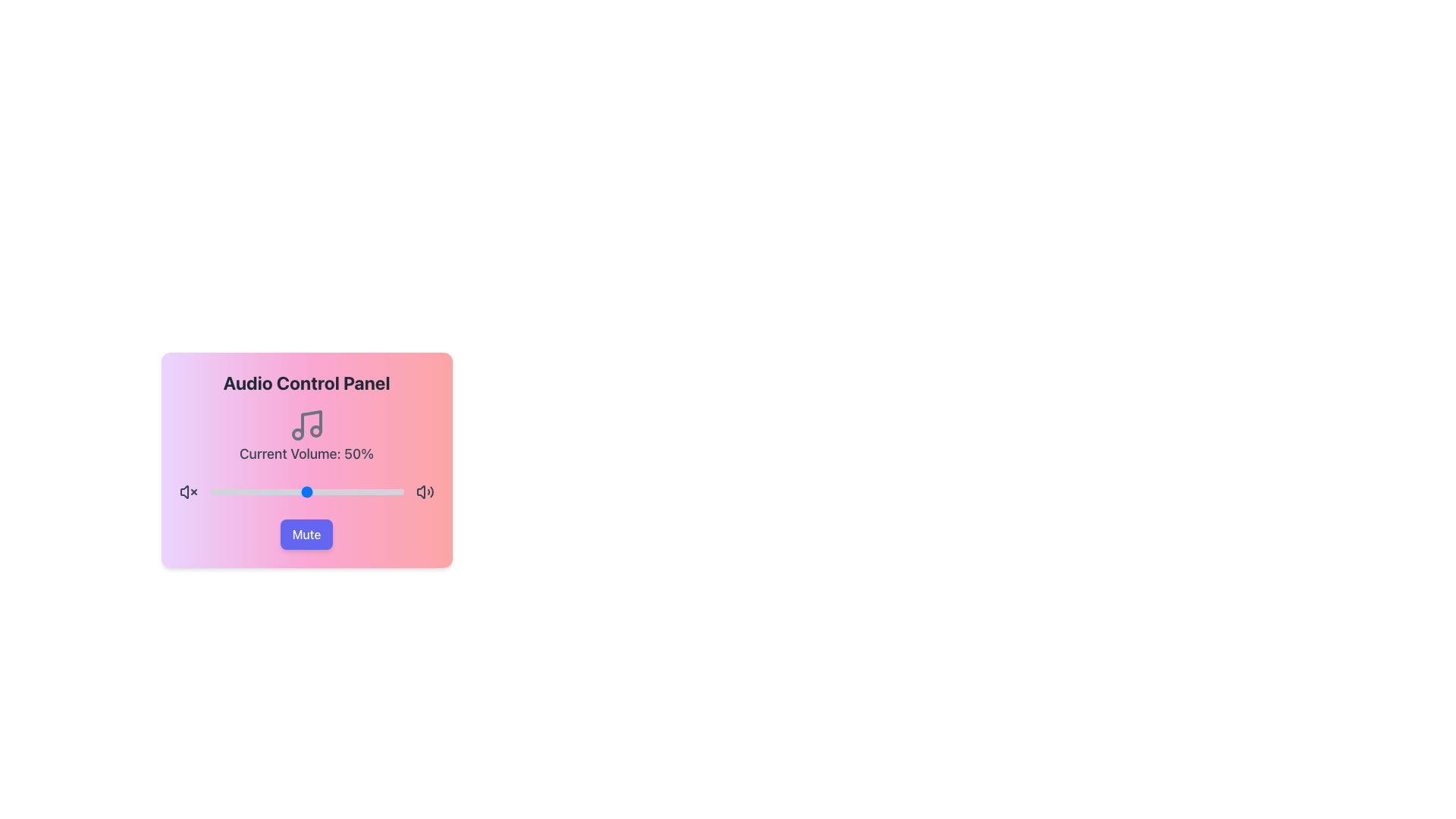 The image size is (1456, 819). What do you see at coordinates (356, 491) in the screenshot?
I see `the volume` at bounding box center [356, 491].